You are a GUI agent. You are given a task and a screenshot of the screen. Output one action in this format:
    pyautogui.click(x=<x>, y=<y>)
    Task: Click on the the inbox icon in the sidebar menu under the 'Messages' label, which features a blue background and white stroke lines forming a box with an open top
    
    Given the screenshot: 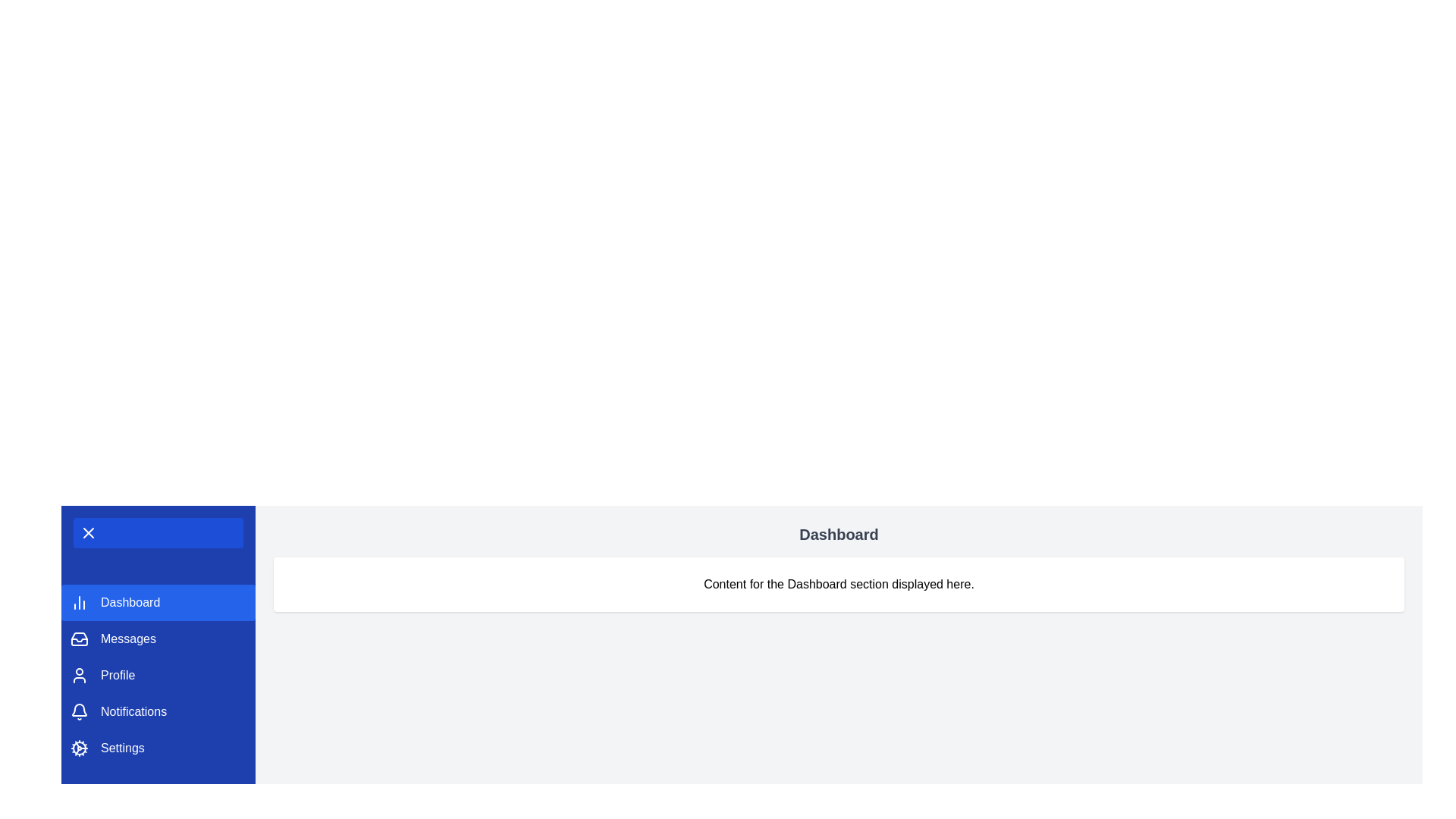 What is the action you would take?
    pyautogui.click(x=79, y=639)
    